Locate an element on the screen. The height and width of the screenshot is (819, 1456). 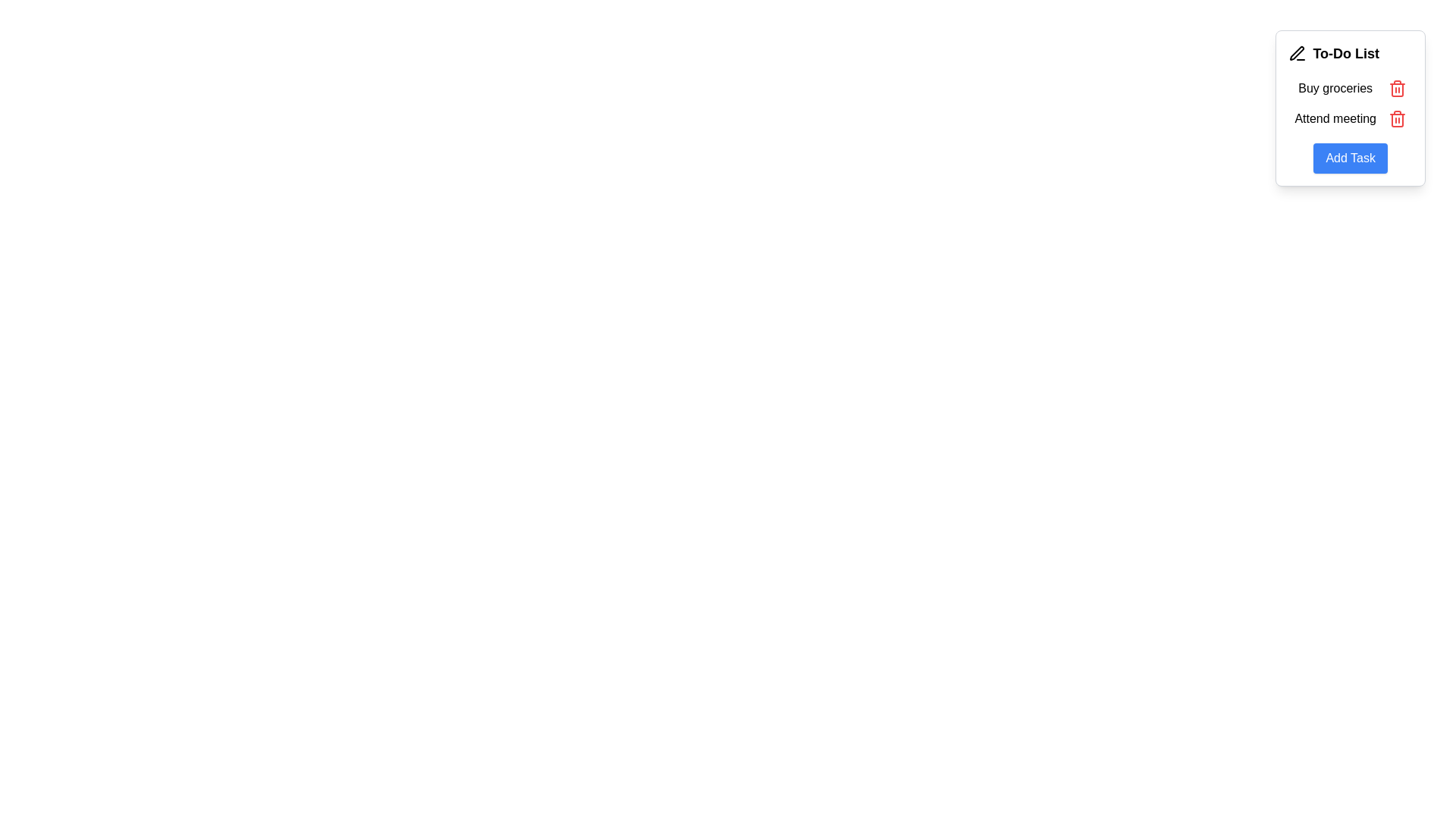
the 'Buy groceries' text label is located at coordinates (1351, 88).